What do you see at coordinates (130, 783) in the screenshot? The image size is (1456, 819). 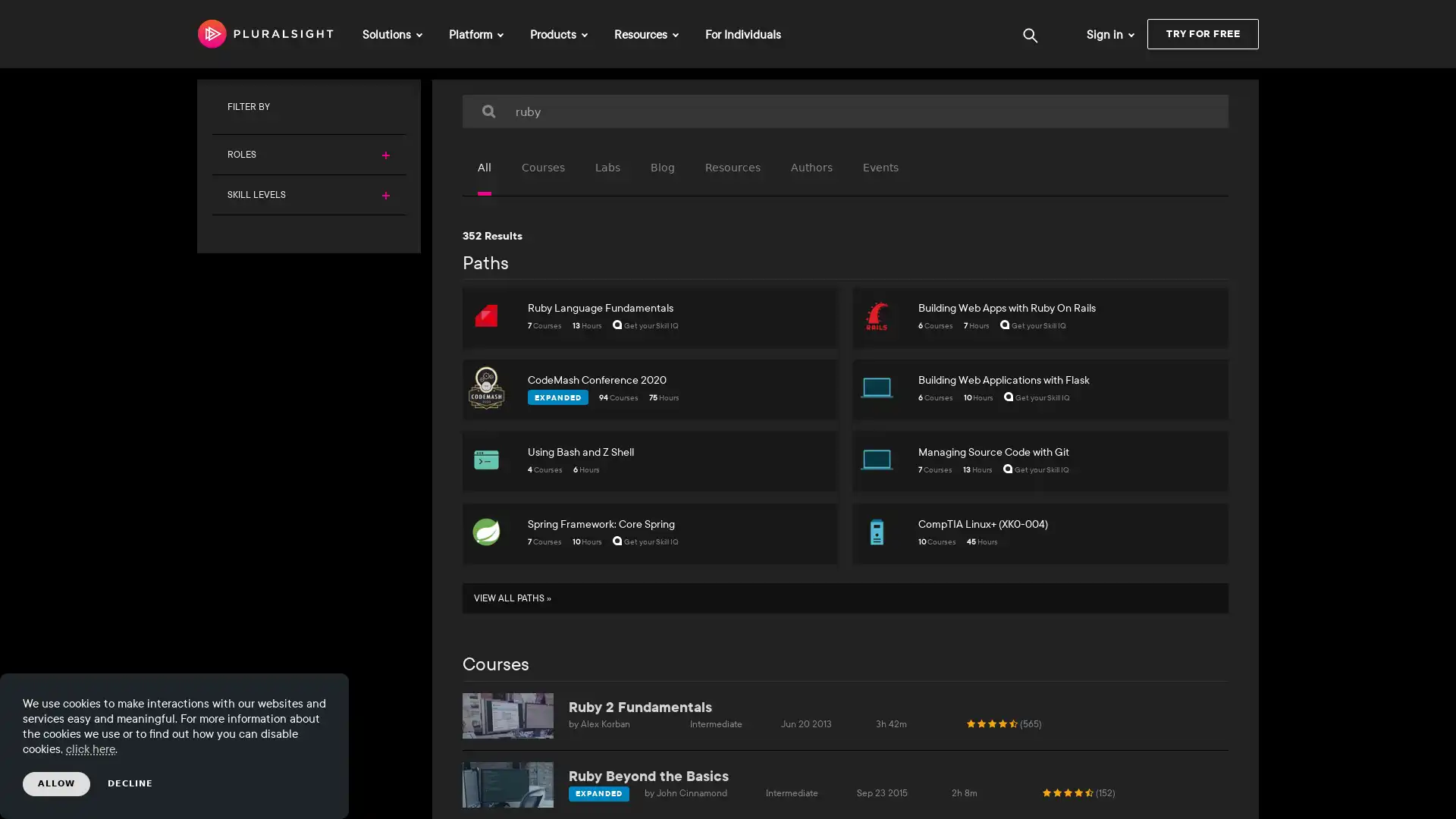 I see `DECLINE` at bounding box center [130, 783].